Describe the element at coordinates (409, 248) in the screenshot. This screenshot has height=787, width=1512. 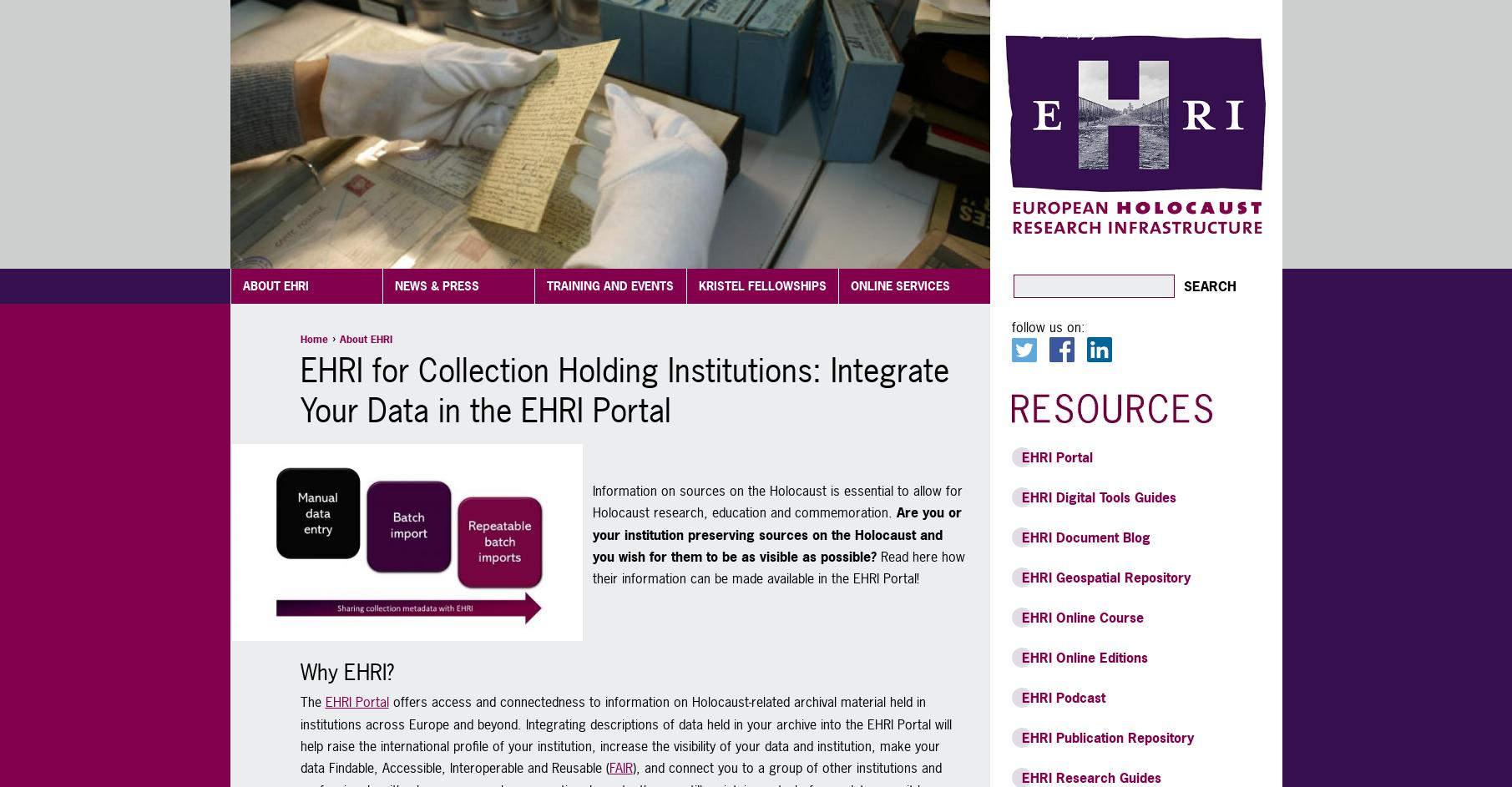
I see `'Press'` at that location.